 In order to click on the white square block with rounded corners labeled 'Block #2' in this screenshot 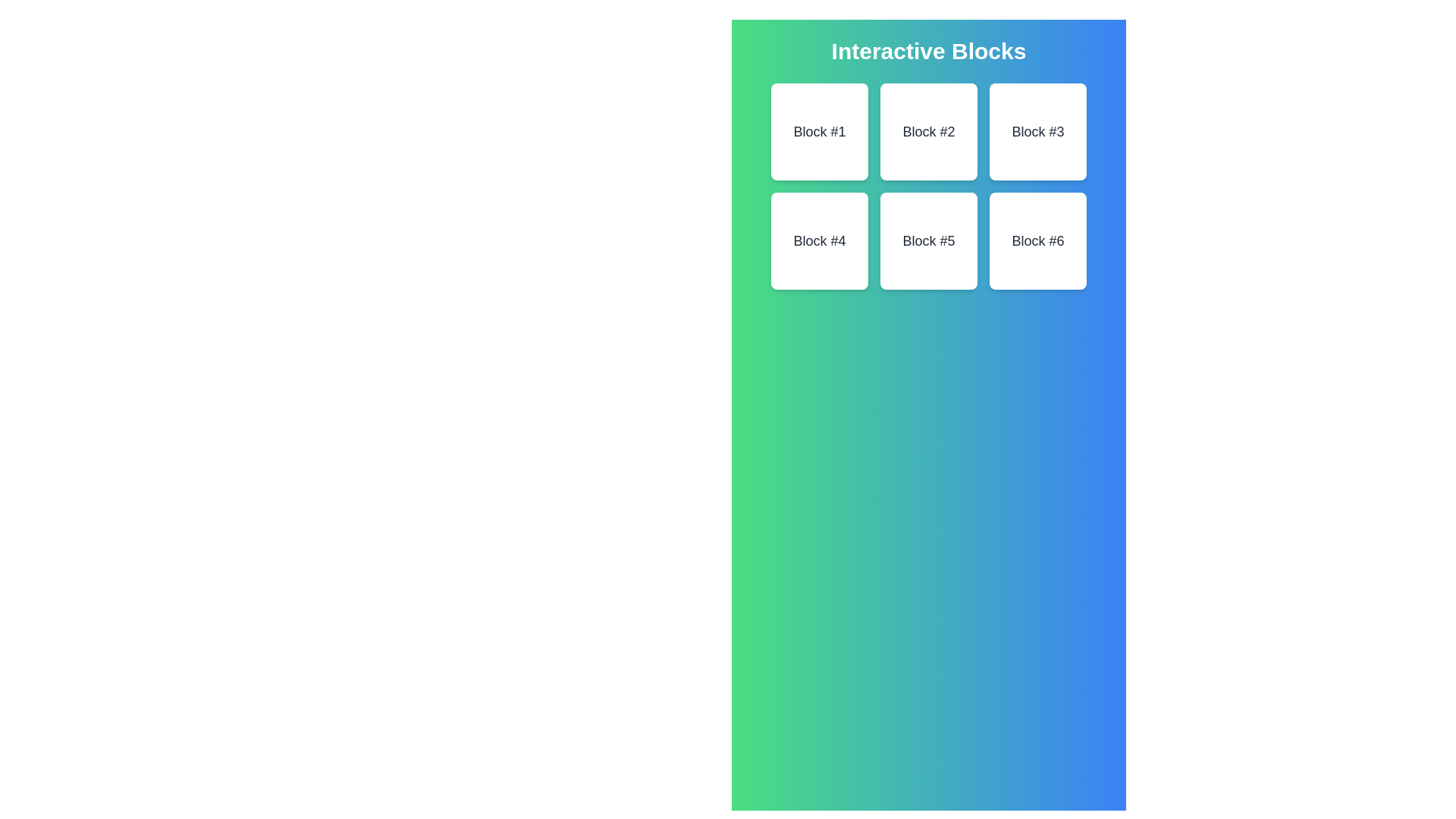, I will do `click(927, 130)`.